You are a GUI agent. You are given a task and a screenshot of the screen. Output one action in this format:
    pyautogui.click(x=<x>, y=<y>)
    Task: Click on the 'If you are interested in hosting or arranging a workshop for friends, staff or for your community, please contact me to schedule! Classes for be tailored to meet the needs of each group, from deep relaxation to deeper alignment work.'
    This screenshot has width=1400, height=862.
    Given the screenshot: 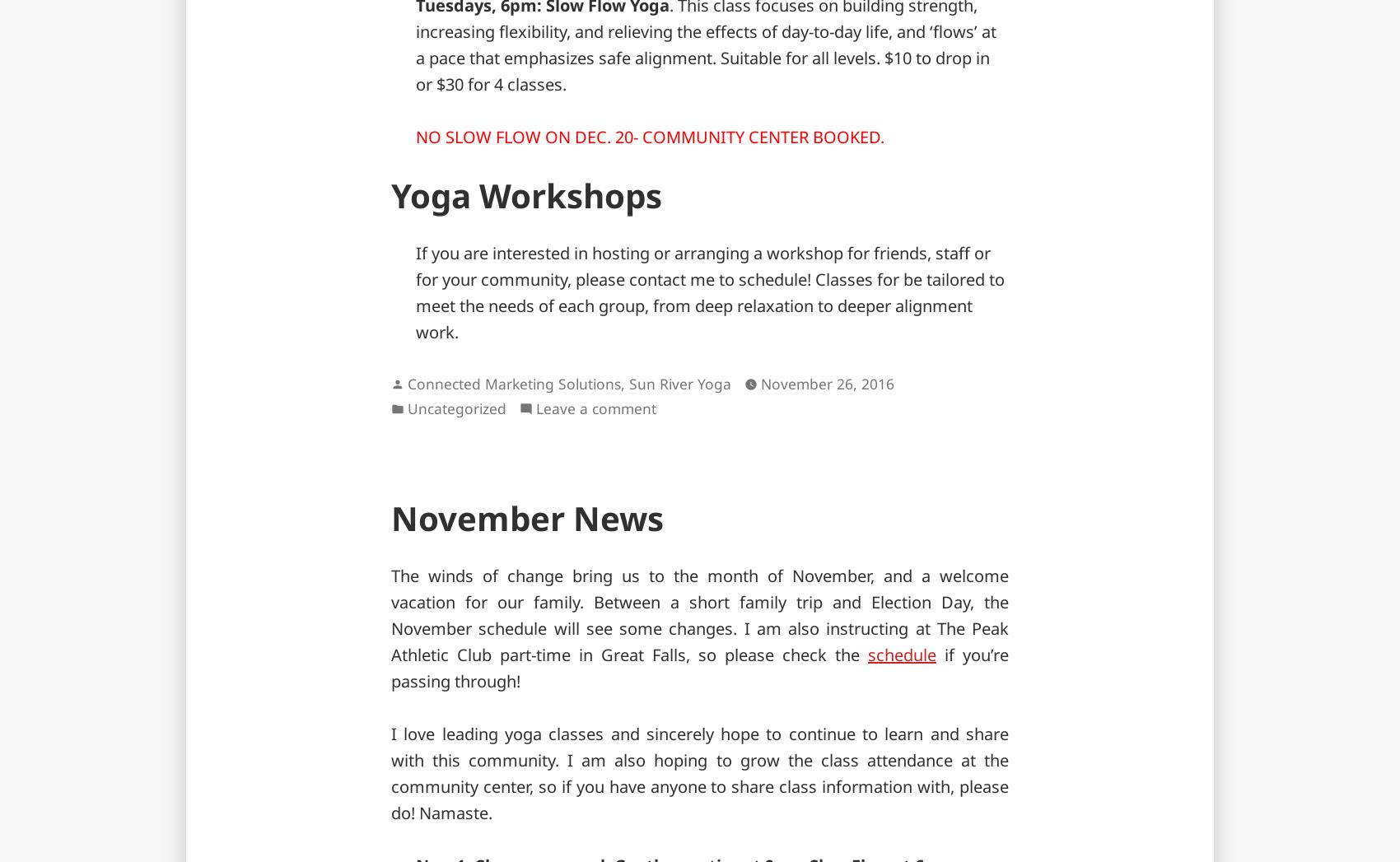 What is the action you would take?
    pyautogui.click(x=710, y=292)
    